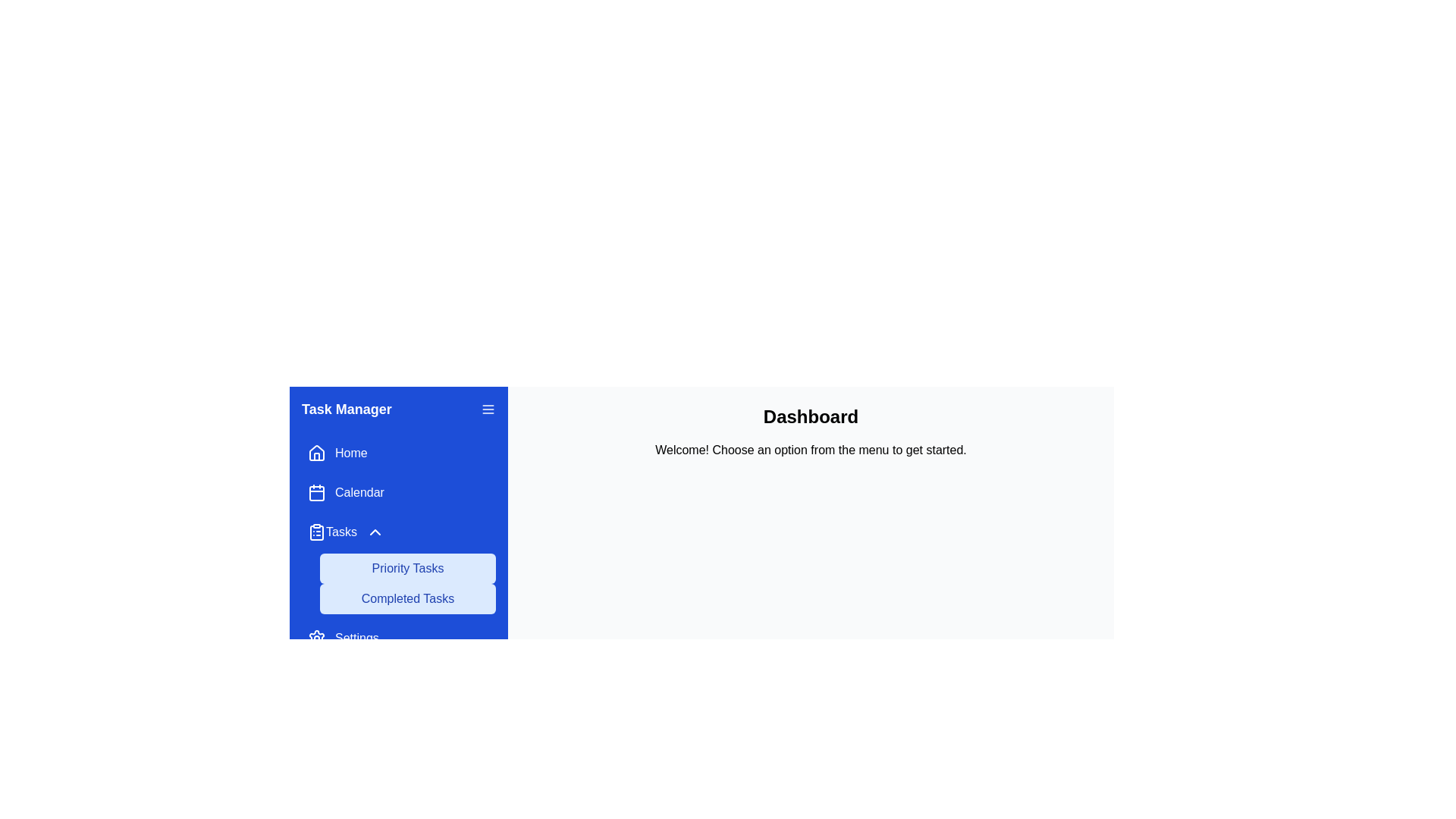 This screenshot has height=819, width=1456. I want to click on the 'Tasks' button, which features a clipboard icon and white text on a blue background, located as the third item in the menu section, so click(331, 532).